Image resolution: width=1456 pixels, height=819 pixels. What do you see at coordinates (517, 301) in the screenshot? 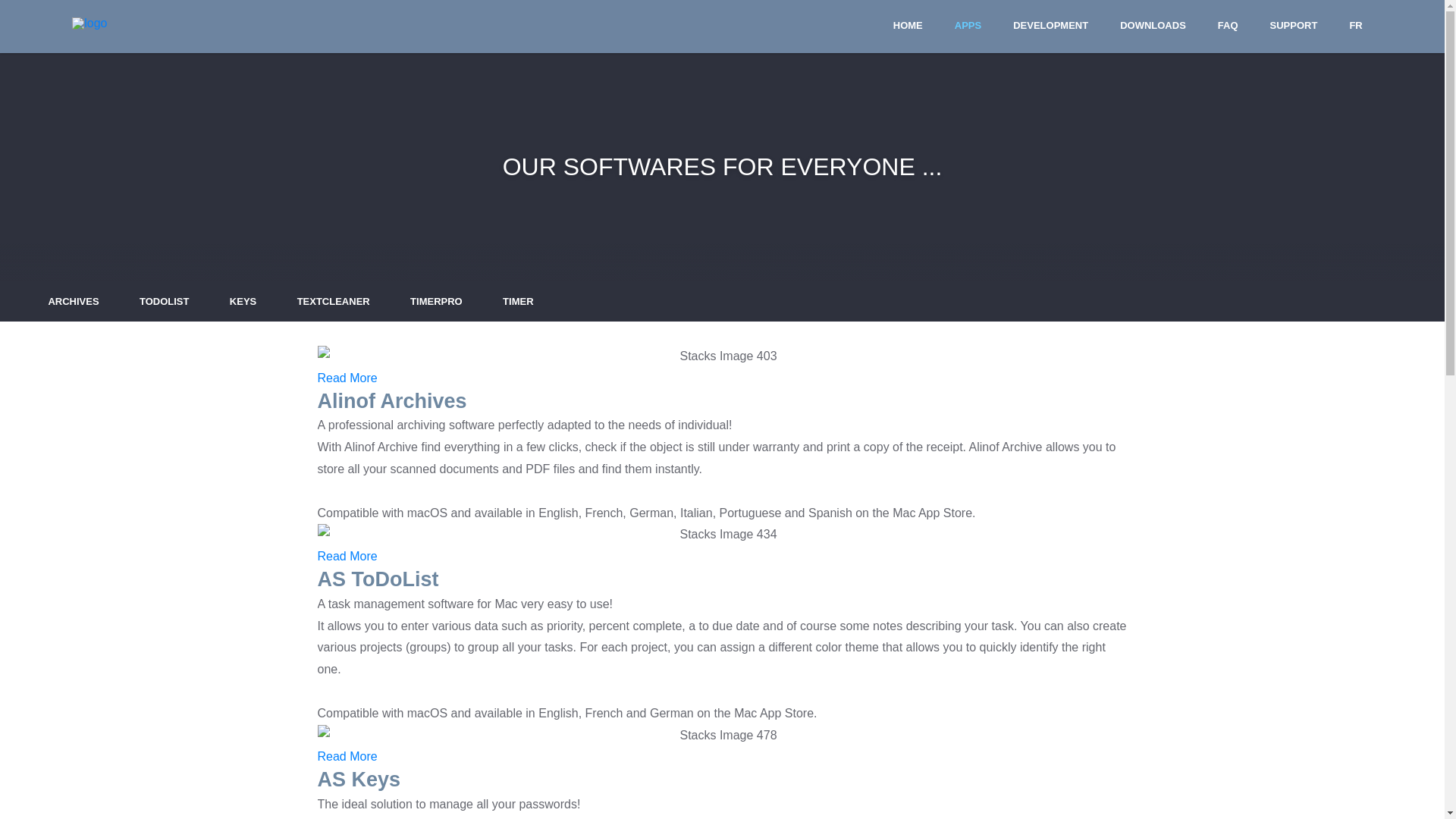
I see `'TIMER'` at bounding box center [517, 301].